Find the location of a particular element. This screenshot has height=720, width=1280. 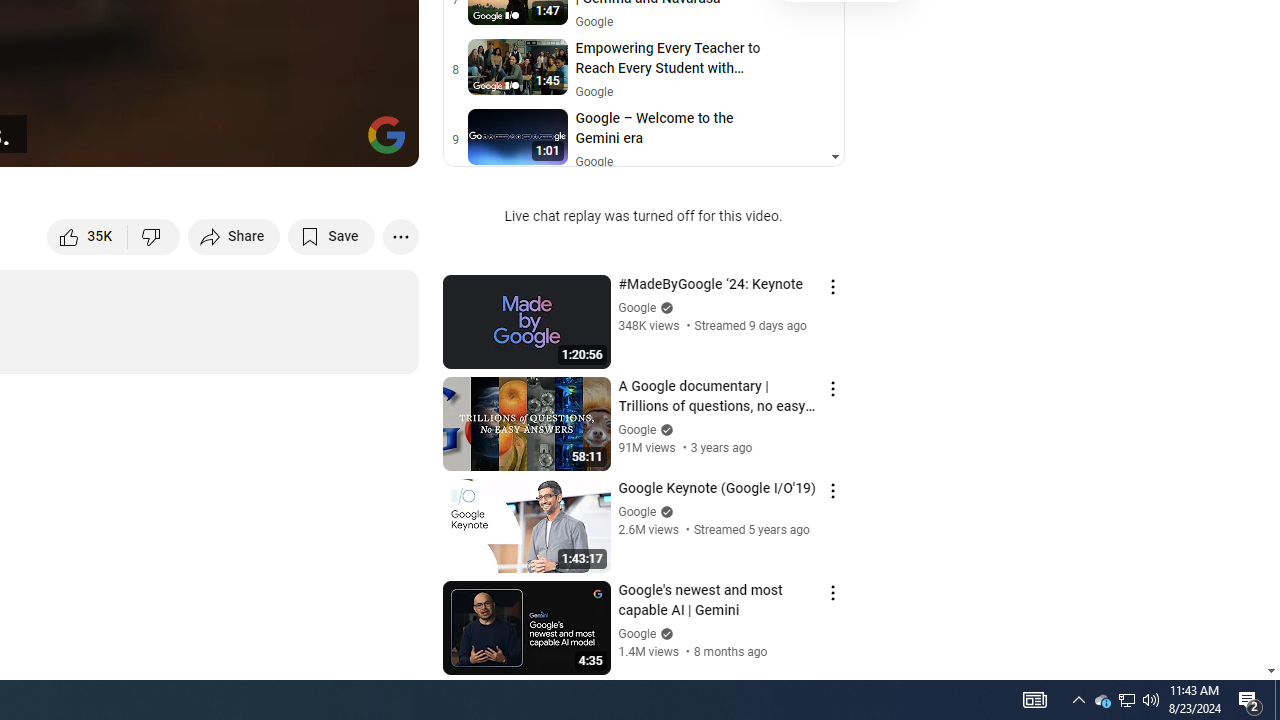

'Action menu' is located at coordinates (832, 591).